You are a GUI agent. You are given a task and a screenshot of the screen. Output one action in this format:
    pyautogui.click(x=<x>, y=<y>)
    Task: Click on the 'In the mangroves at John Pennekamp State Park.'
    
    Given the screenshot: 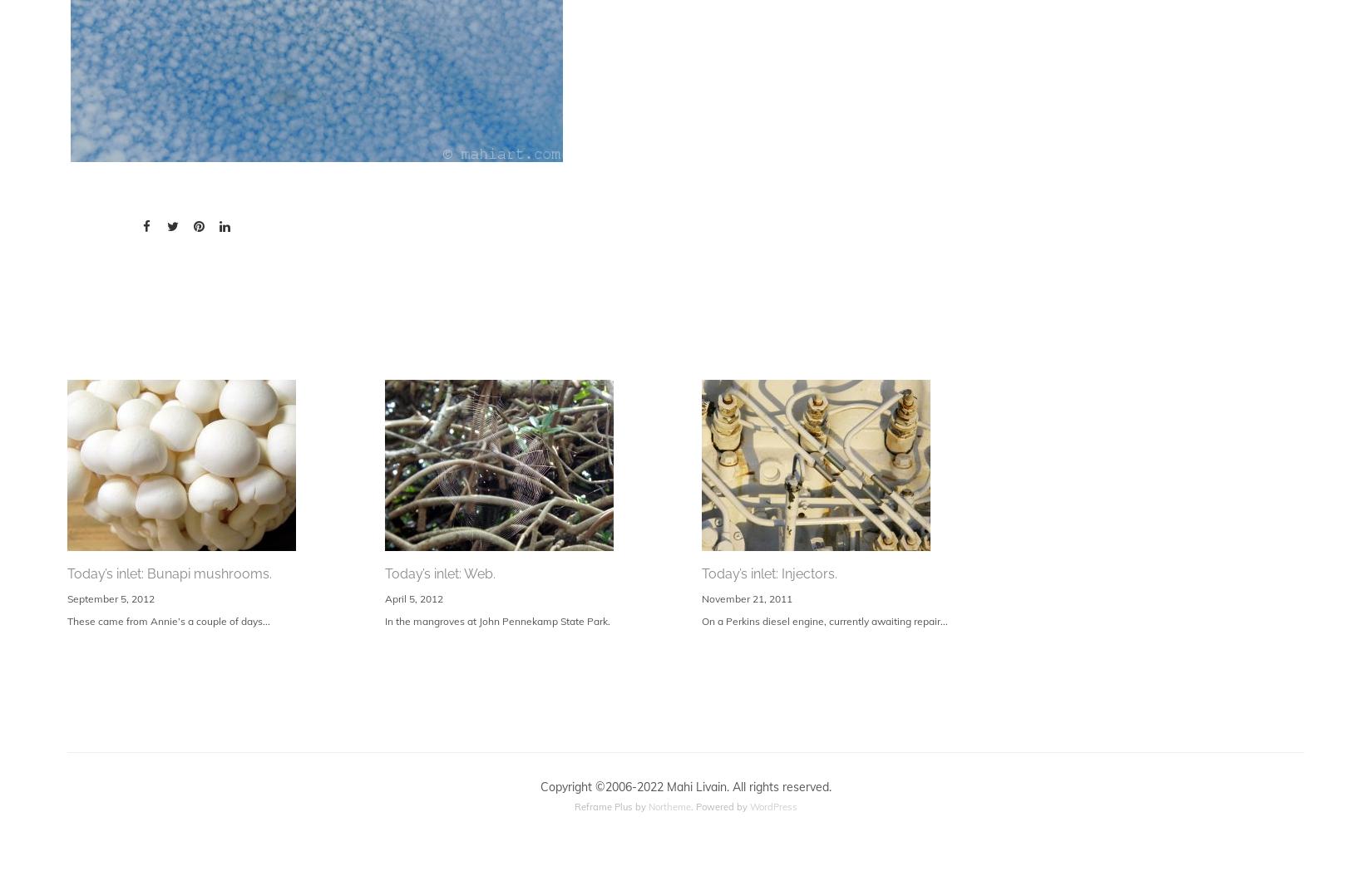 What is the action you would take?
    pyautogui.click(x=496, y=620)
    